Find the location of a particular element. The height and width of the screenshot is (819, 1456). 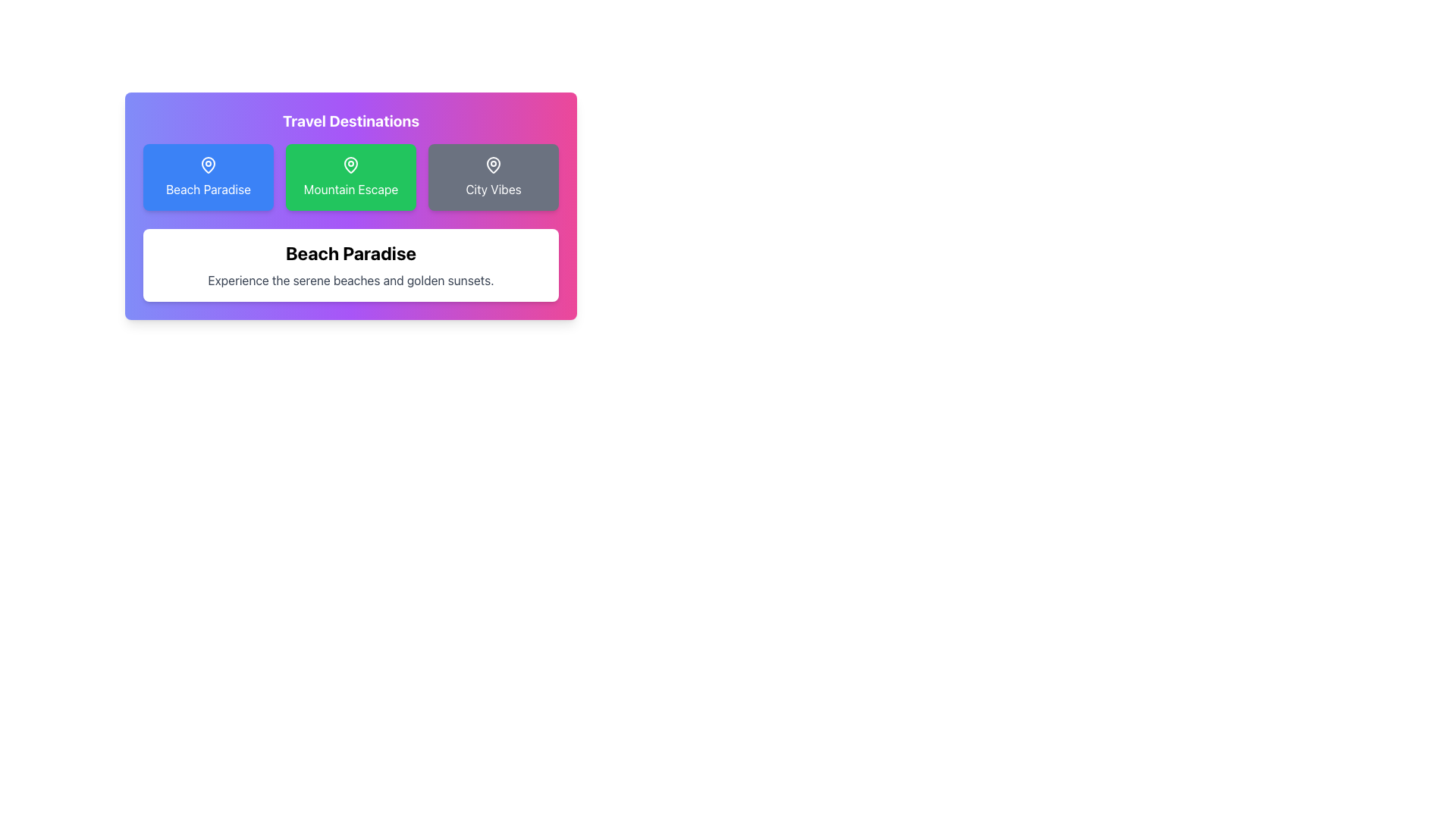

the pin icon representing the map marker located in the 'Beach Paradise' section of the 'Travel Destinations' panel, which is displayed in white color against a blue background is located at coordinates (207, 165).